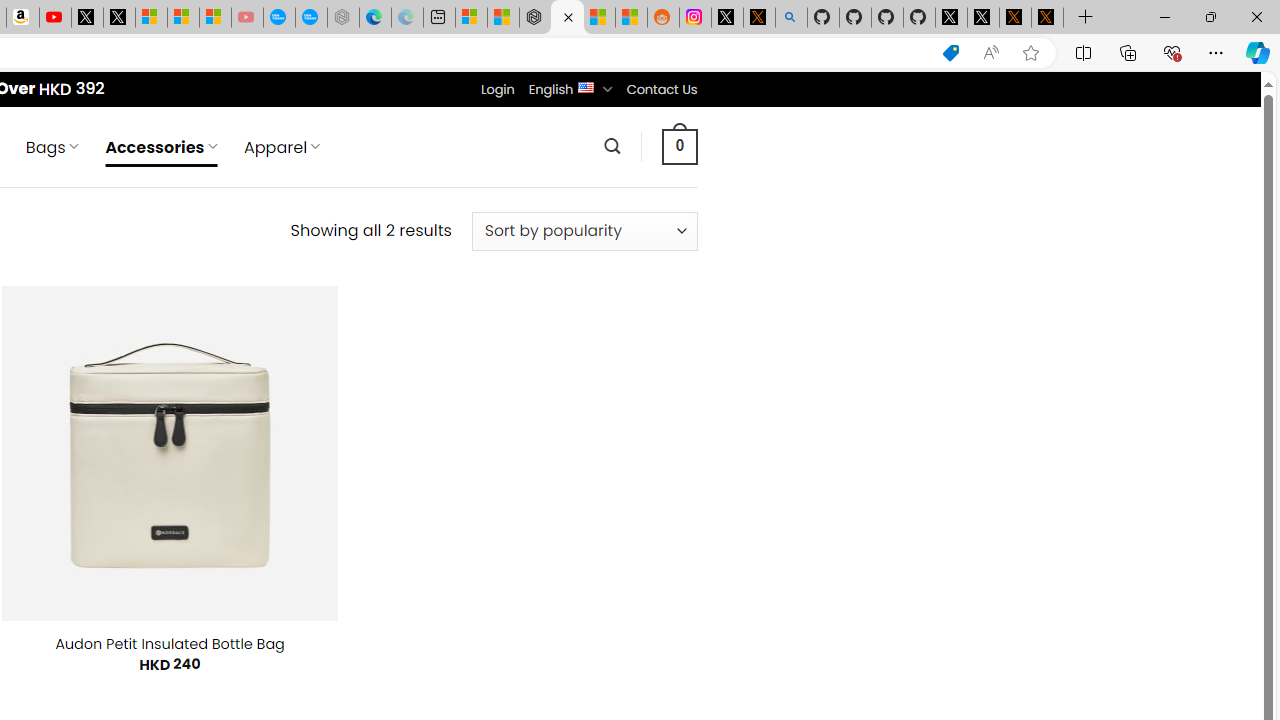 Image resolution: width=1280 pixels, height=720 pixels. I want to click on 'Gloom - YouTube - Sleeping', so click(246, 17).